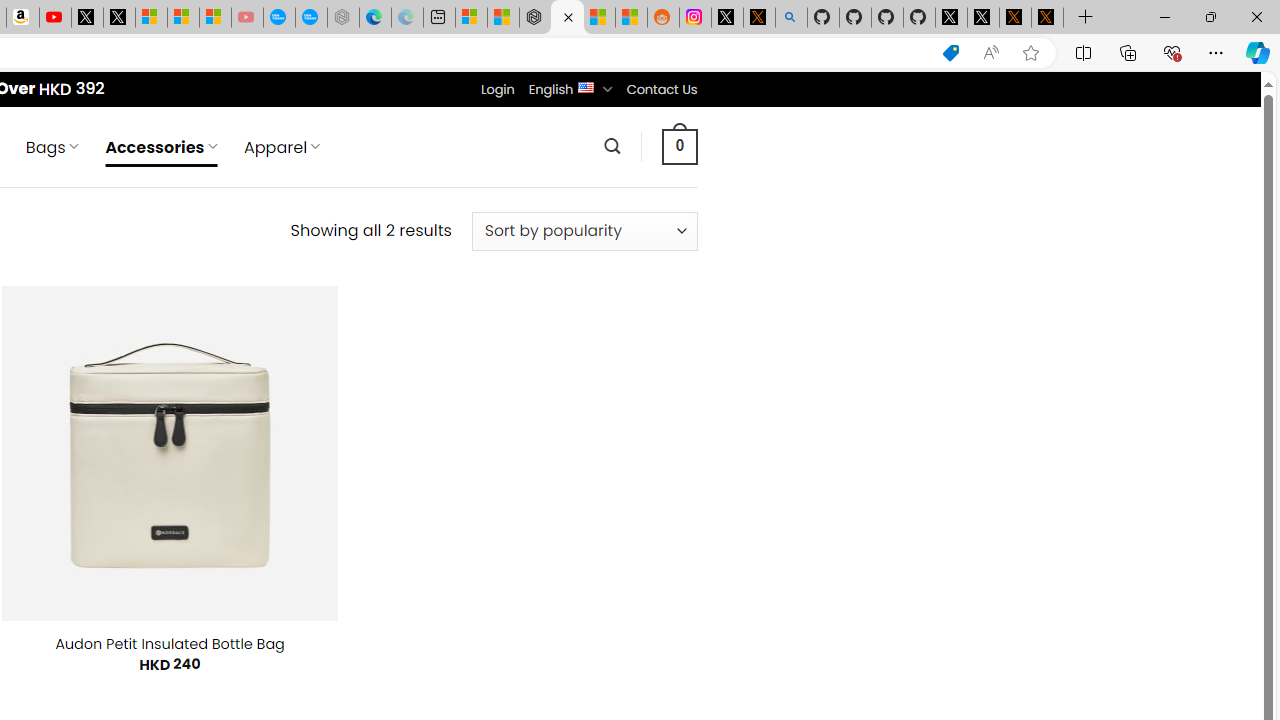 Image resolution: width=1280 pixels, height=720 pixels. I want to click on 'Gloom - YouTube - Sleeping', so click(246, 17).